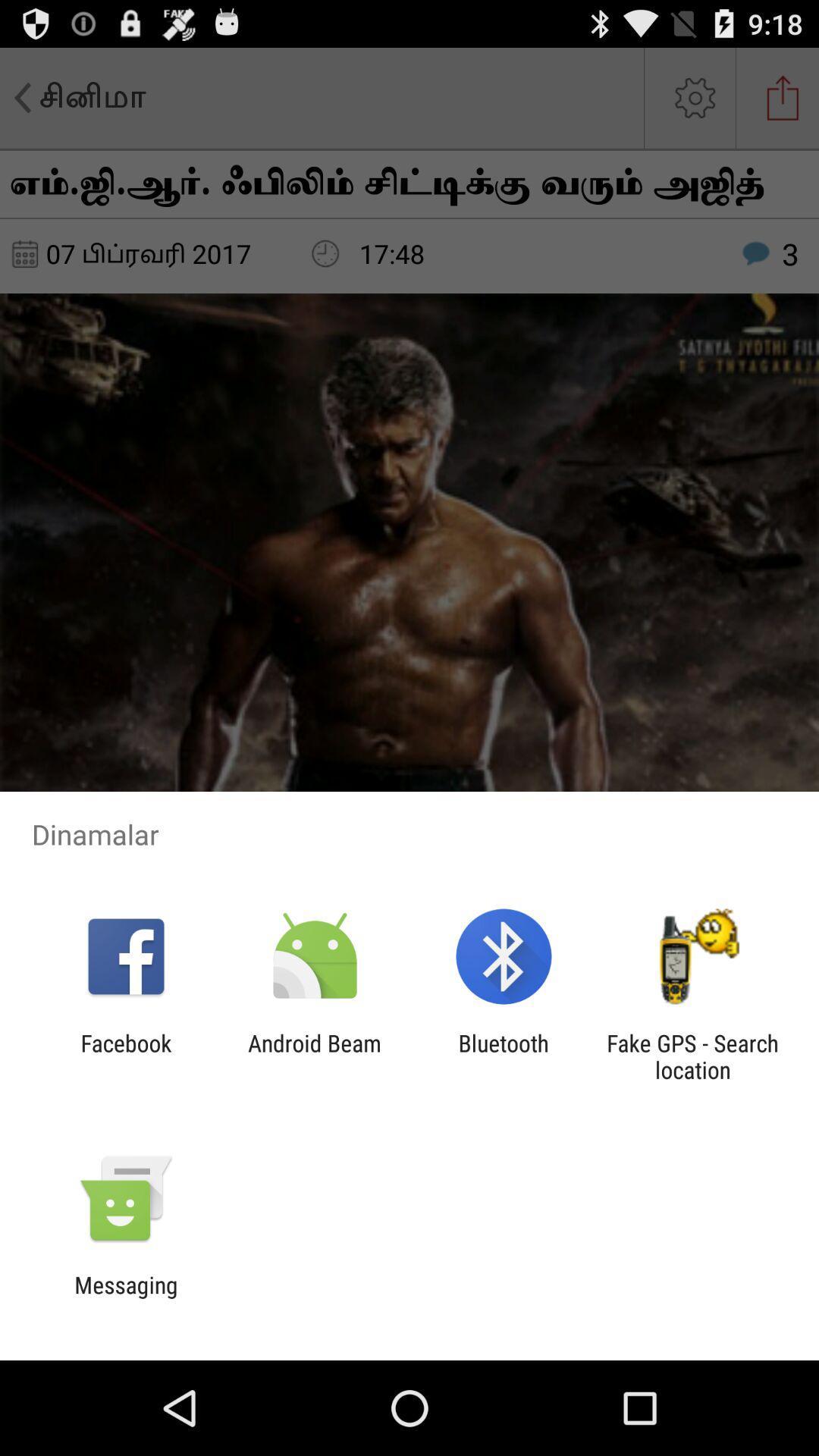 The height and width of the screenshot is (1456, 819). I want to click on the icon next to bluetooth app, so click(314, 1056).